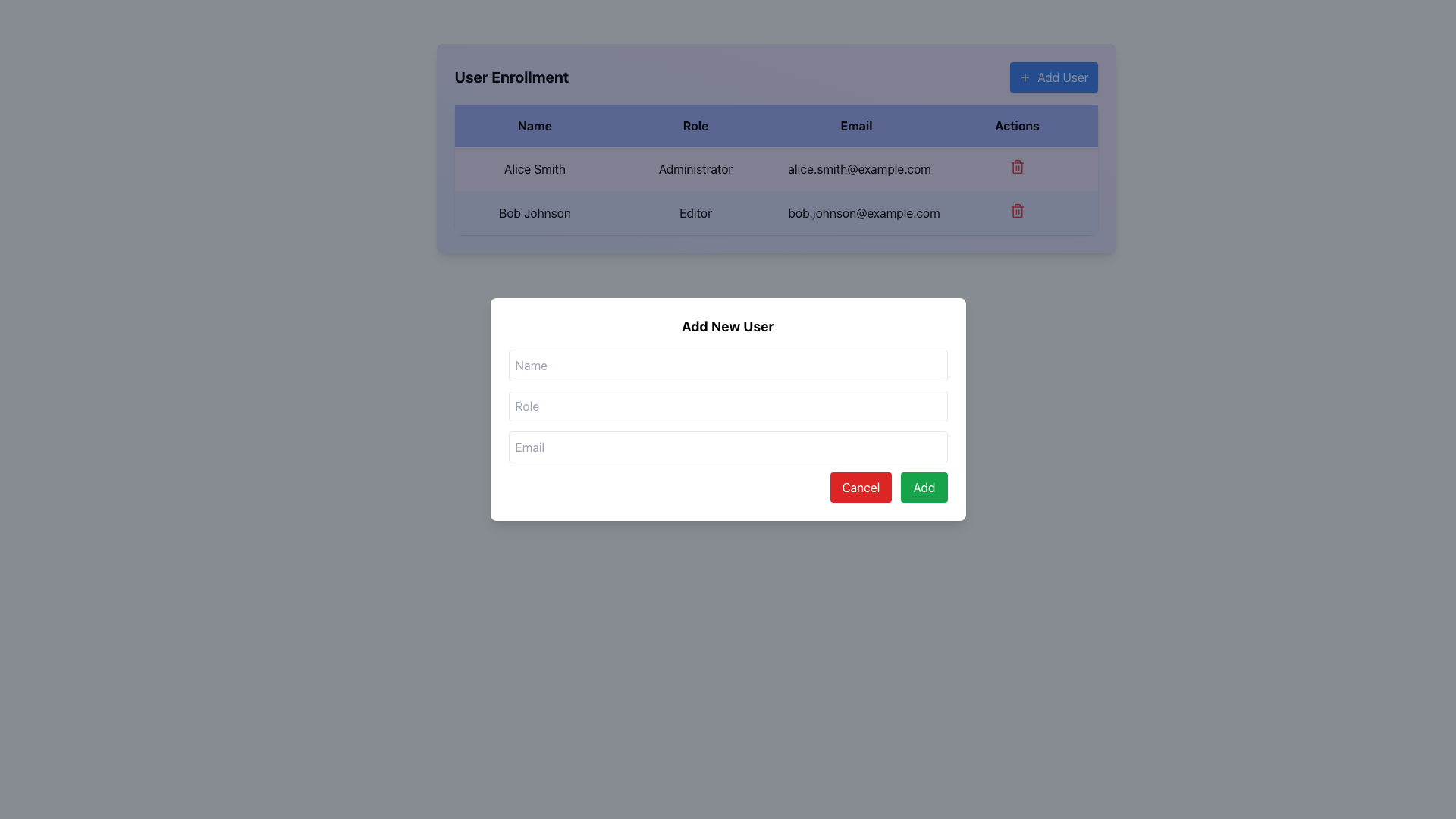  What do you see at coordinates (695, 213) in the screenshot?
I see `the Text Label indicating the role of the user for 'Bob Johnson' located in the 'Role' column of the second row of the user table` at bounding box center [695, 213].